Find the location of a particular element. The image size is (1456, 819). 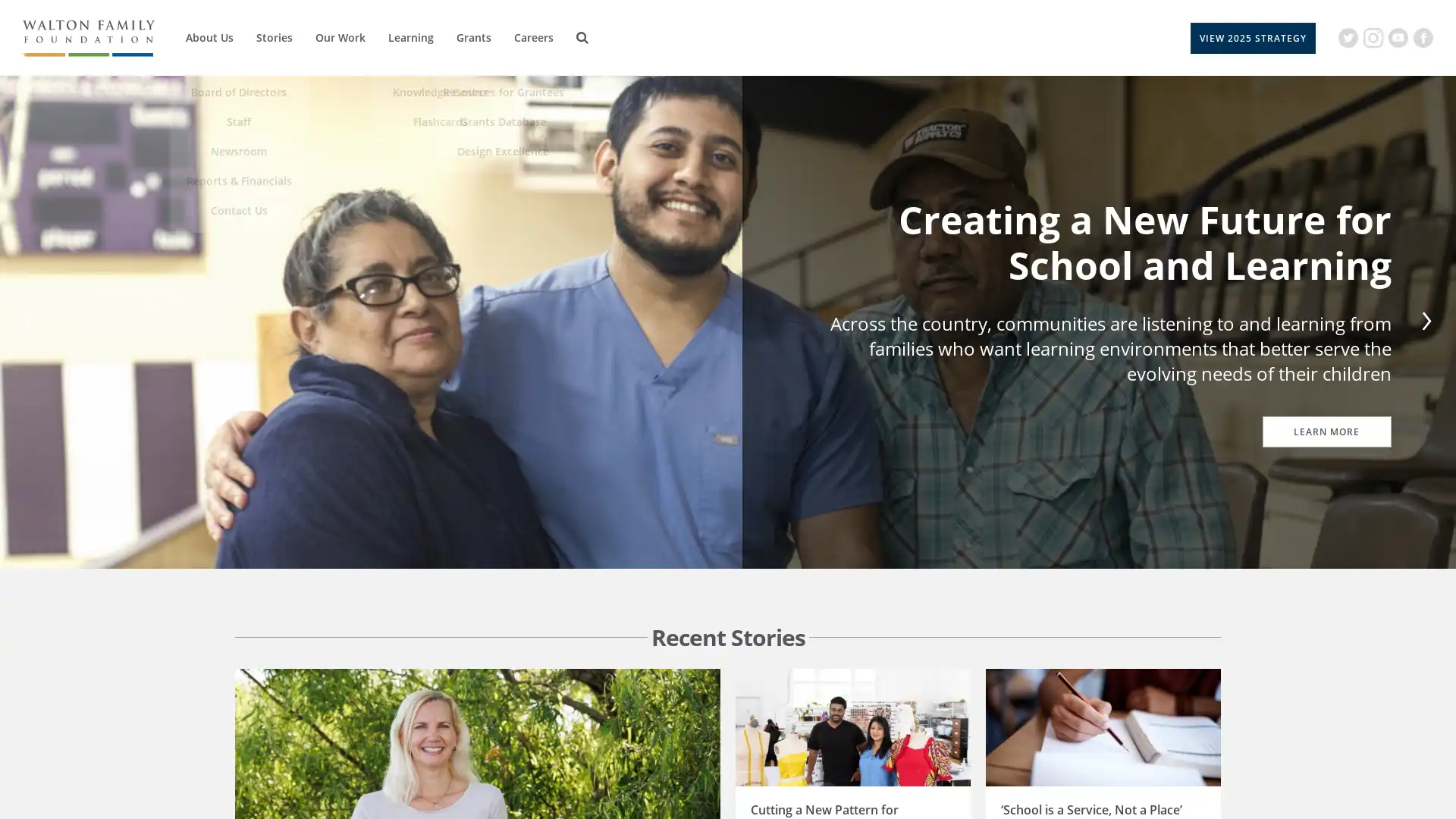

Search is located at coordinates (582, 37).